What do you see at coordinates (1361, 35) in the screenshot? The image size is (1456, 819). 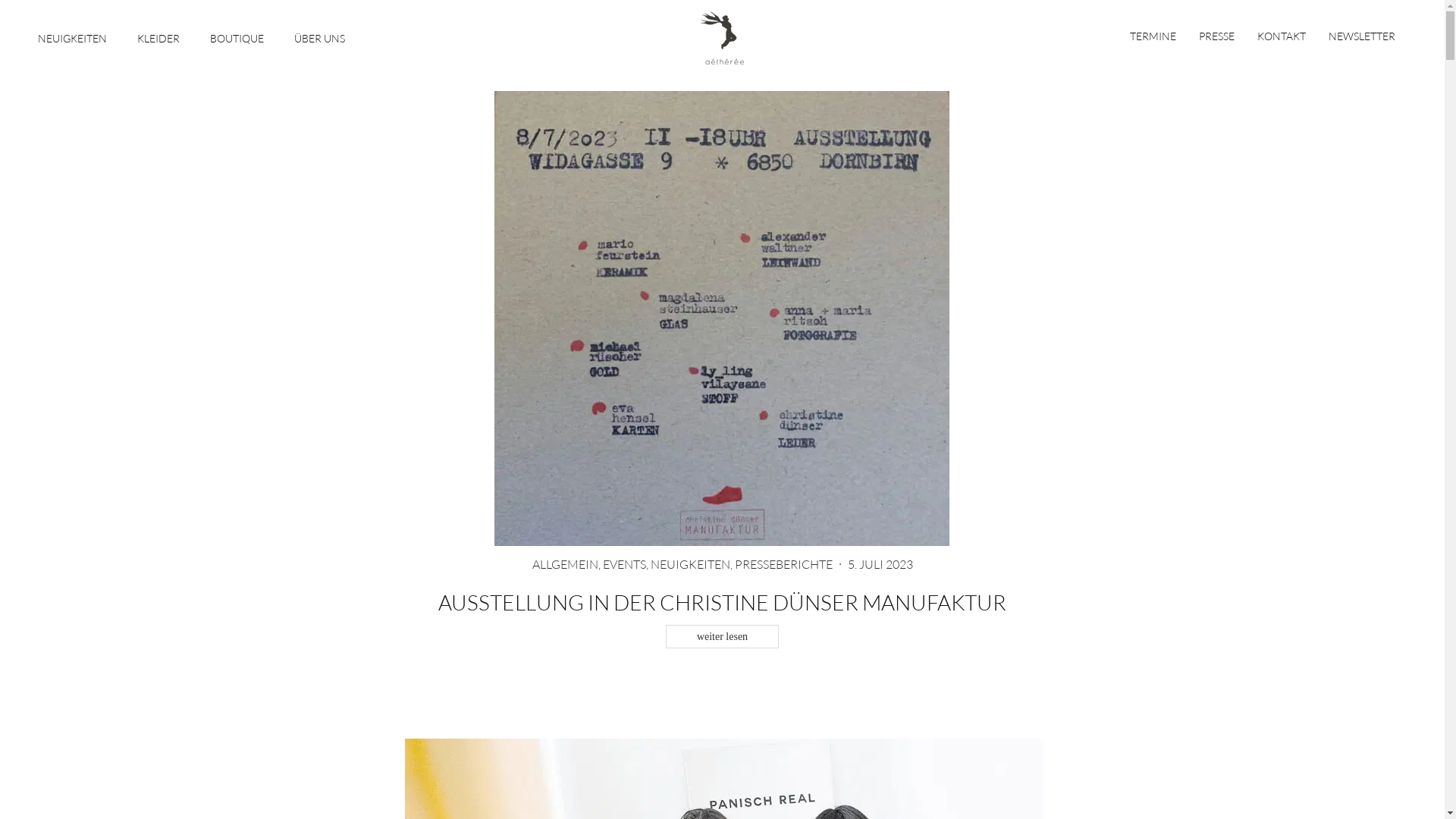 I see `'NEWSLETTER'` at bounding box center [1361, 35].